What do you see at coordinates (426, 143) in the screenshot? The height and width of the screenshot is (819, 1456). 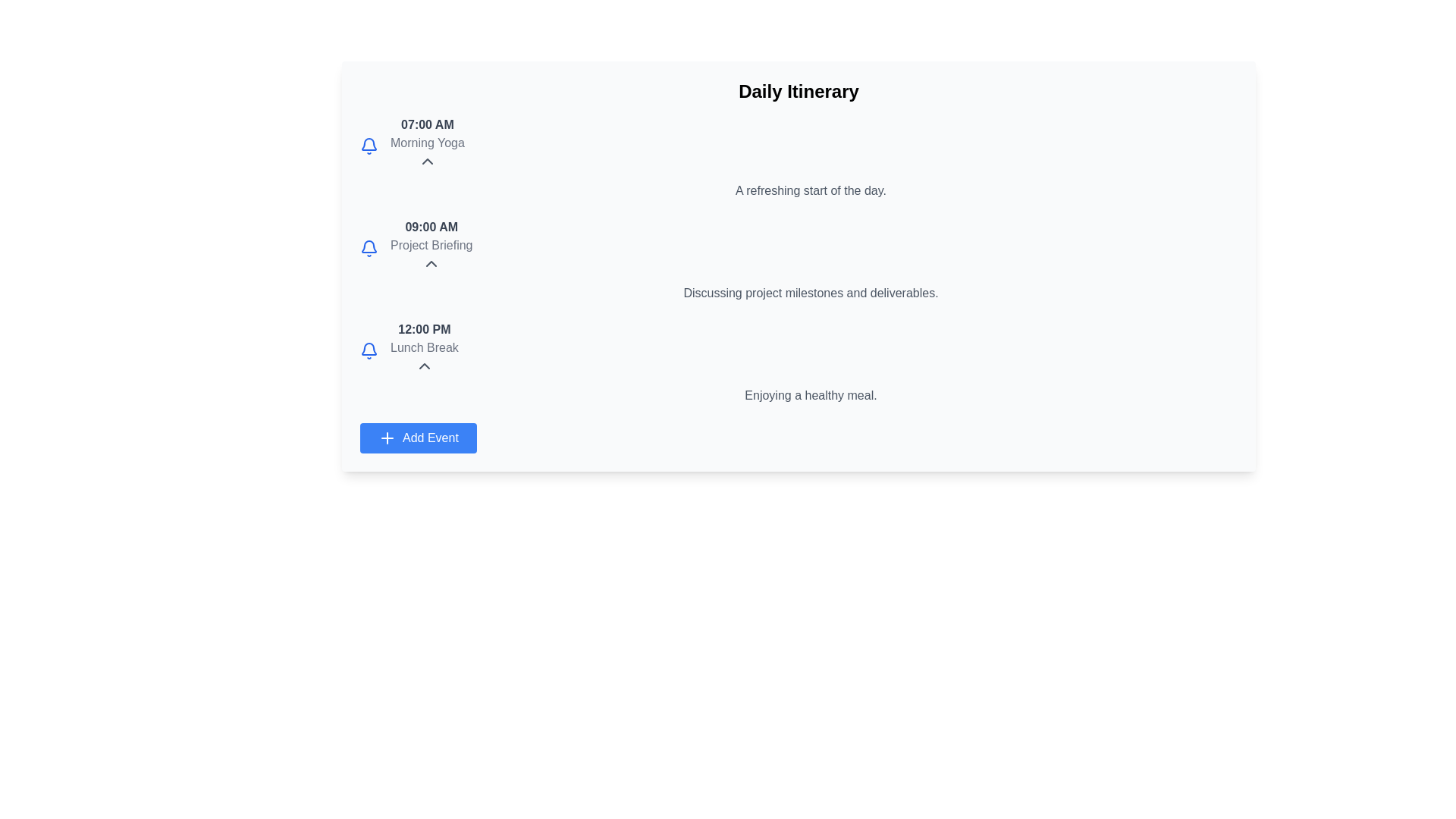 I see `the static text label element that indicates the event title 'Morning Yoga', positioned below '07:00 AM' in the left column of the schedule` at bounding box center [426, 143].